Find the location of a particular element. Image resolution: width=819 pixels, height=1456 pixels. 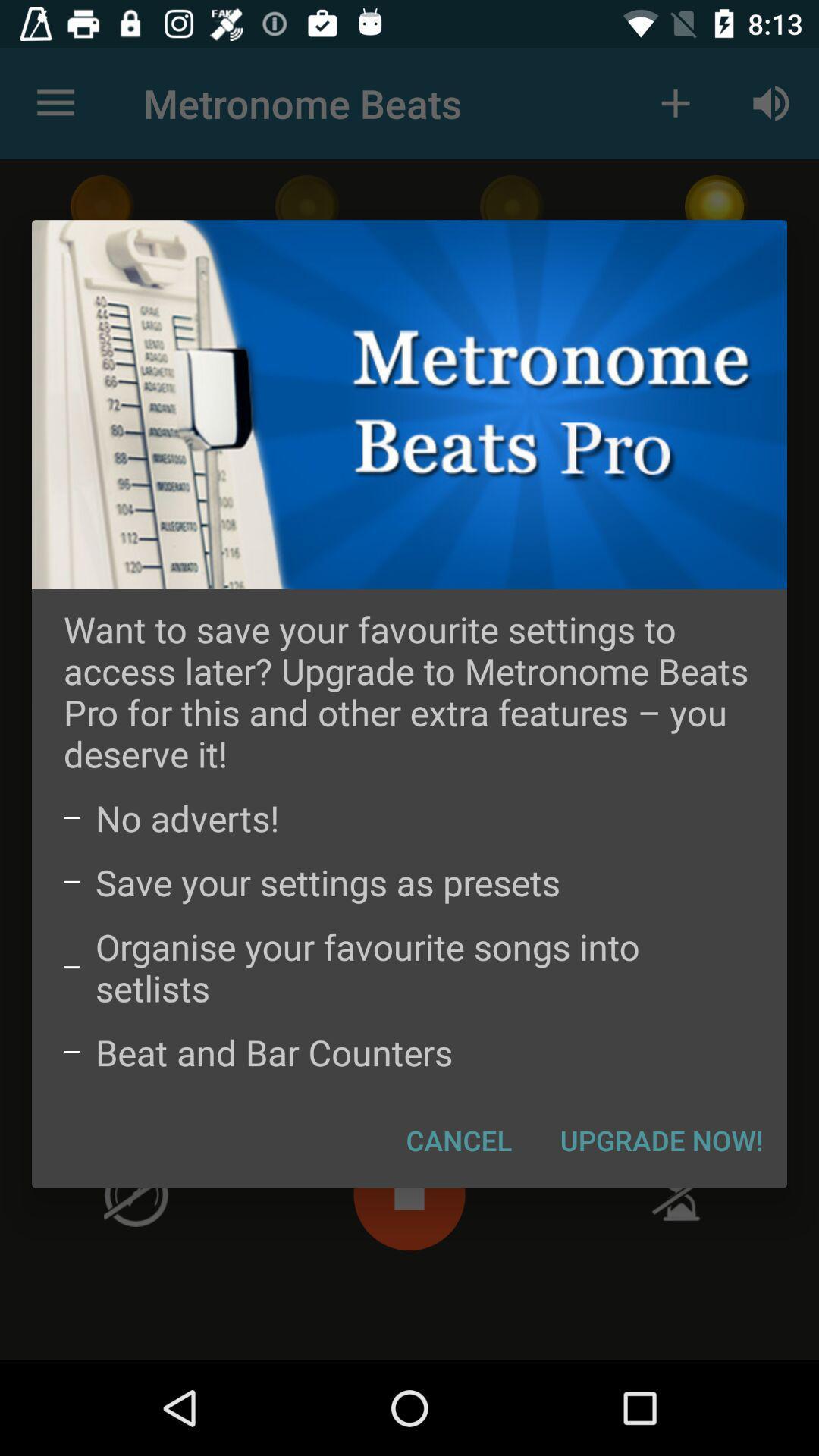

cancel icon is located at coordinates (458, 1140).